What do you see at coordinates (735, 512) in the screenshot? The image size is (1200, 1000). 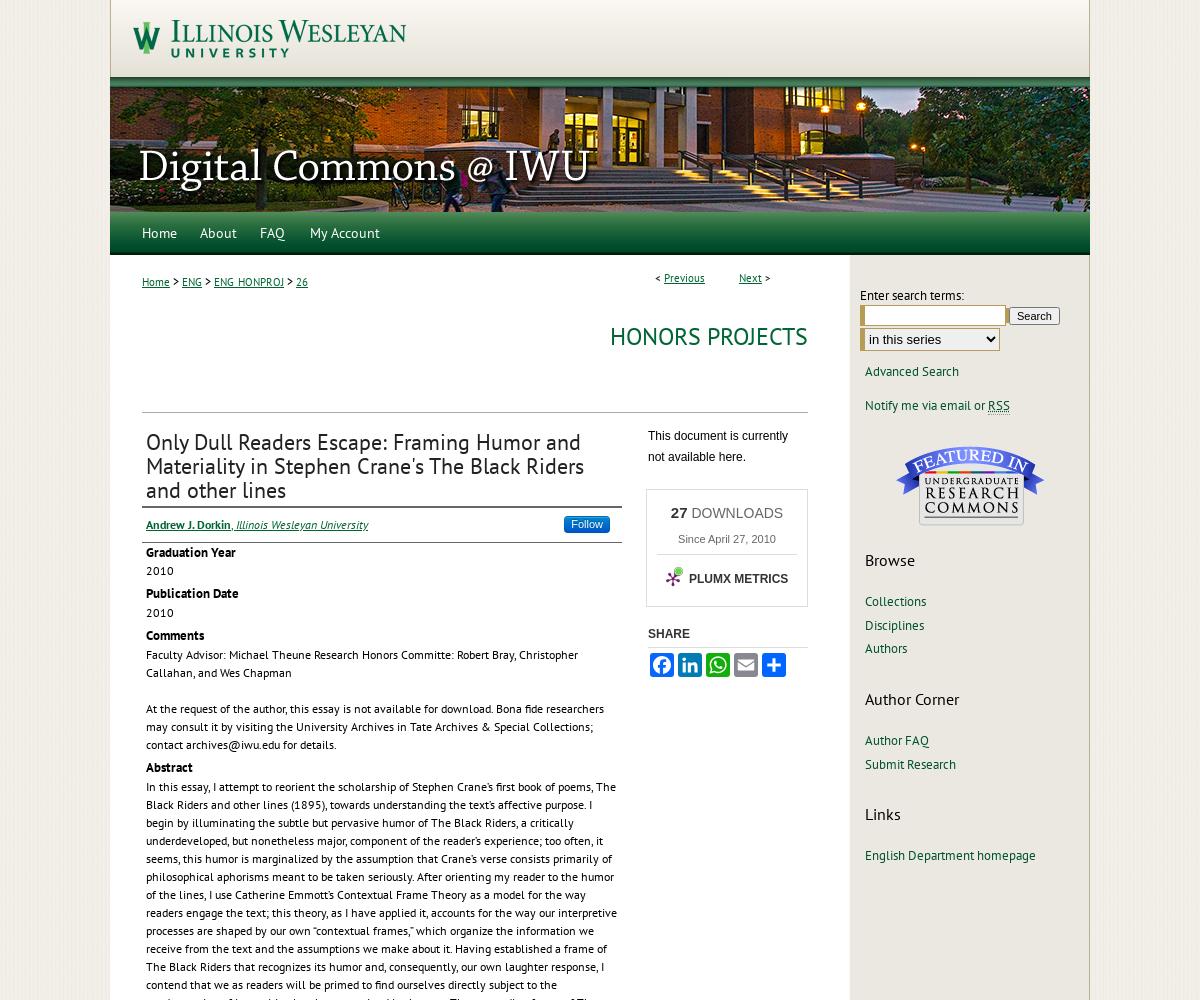 I see `'DOWNLOADS'` at bounding box center [735, 512].